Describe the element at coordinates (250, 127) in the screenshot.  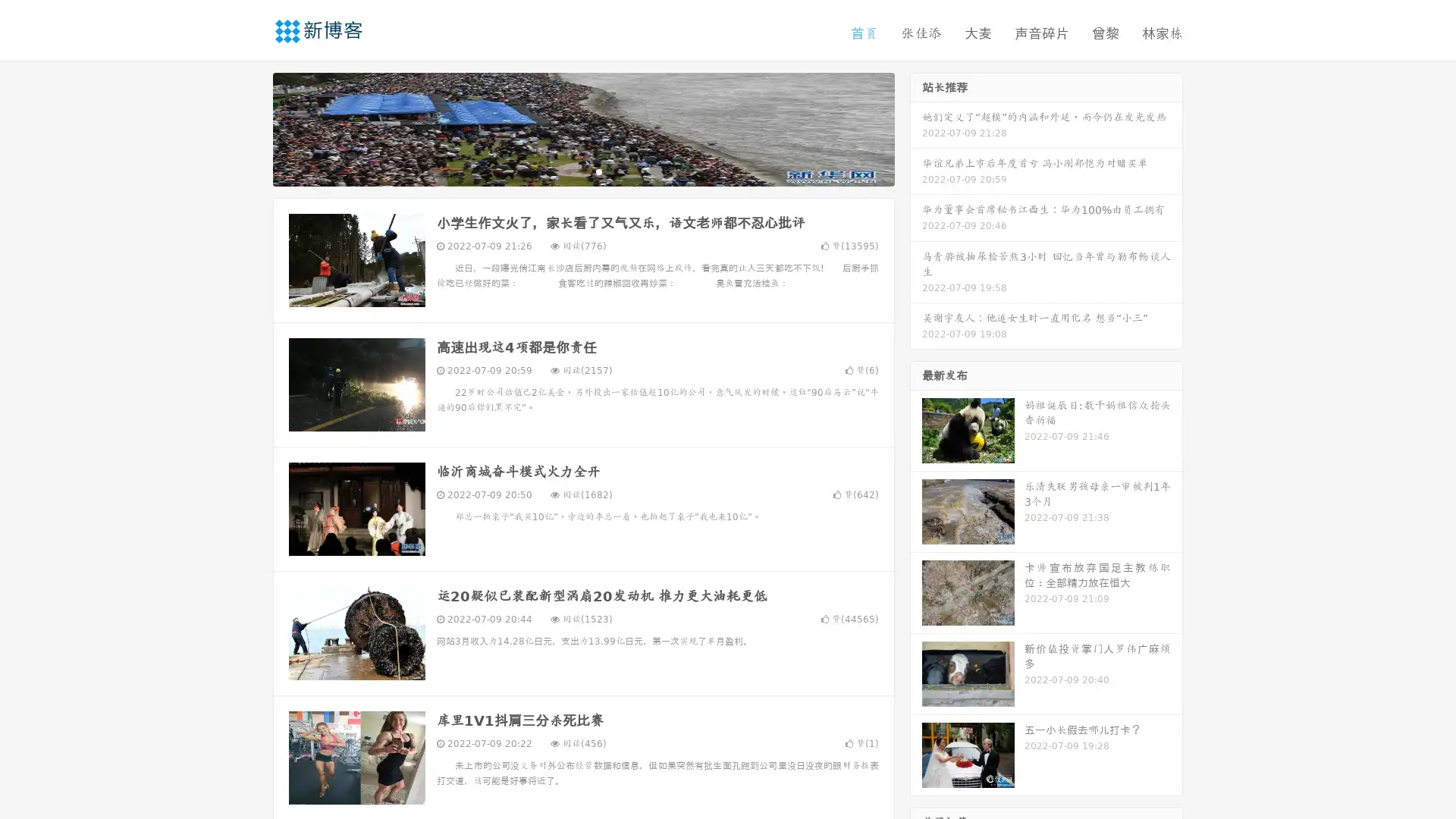
I see `Previous slide` at that location.